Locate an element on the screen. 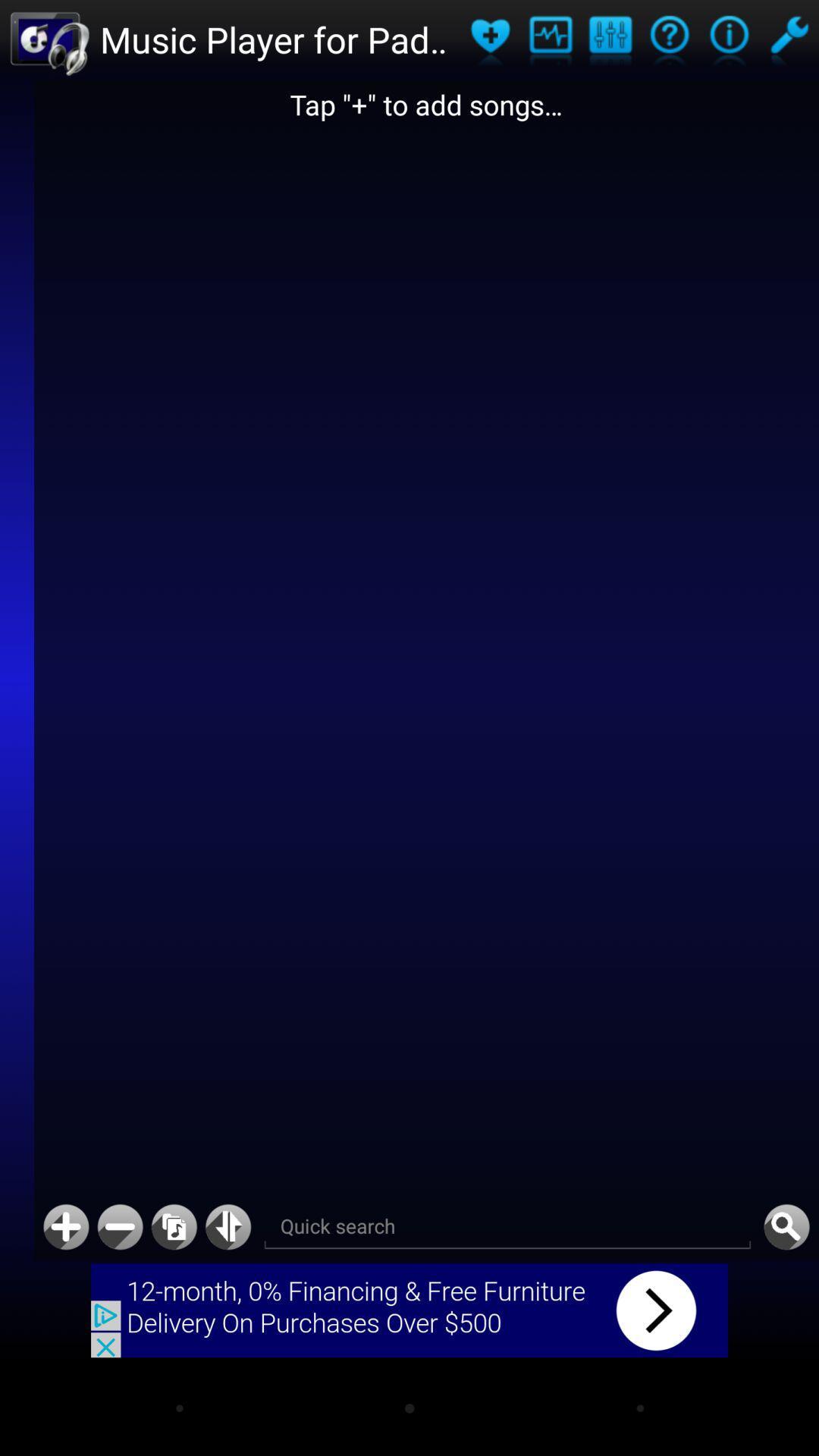 This screenshot has height=1456, width=819. search button is located at coordinates (786, 1227).